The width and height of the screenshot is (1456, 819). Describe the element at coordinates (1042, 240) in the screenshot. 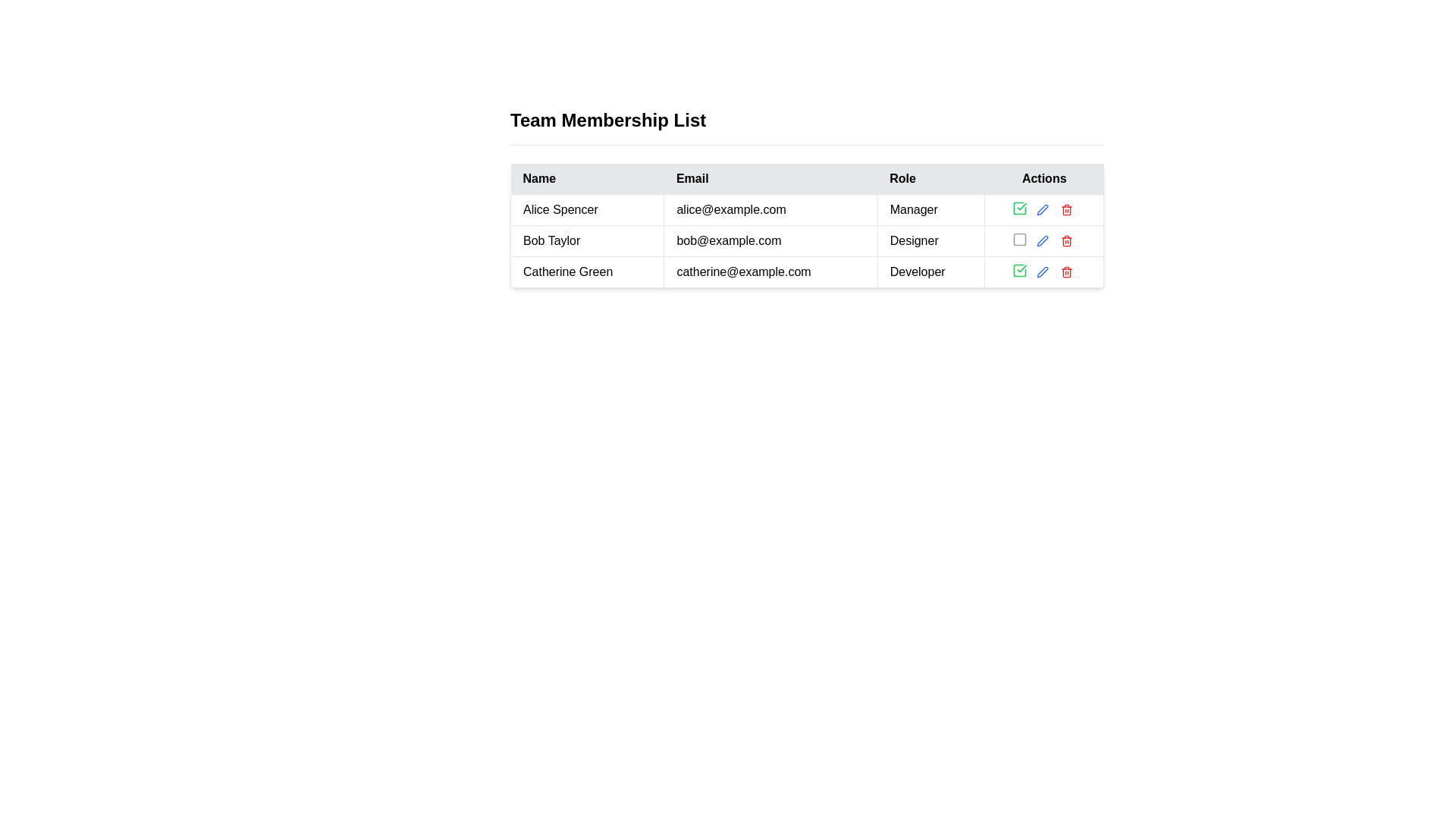

I see `the edit button icon in the 'Actions' column for the row corresponding to 'Bob Taylor'. This button allows the user to modify details associated with 'Bob Taylor'` at that location.